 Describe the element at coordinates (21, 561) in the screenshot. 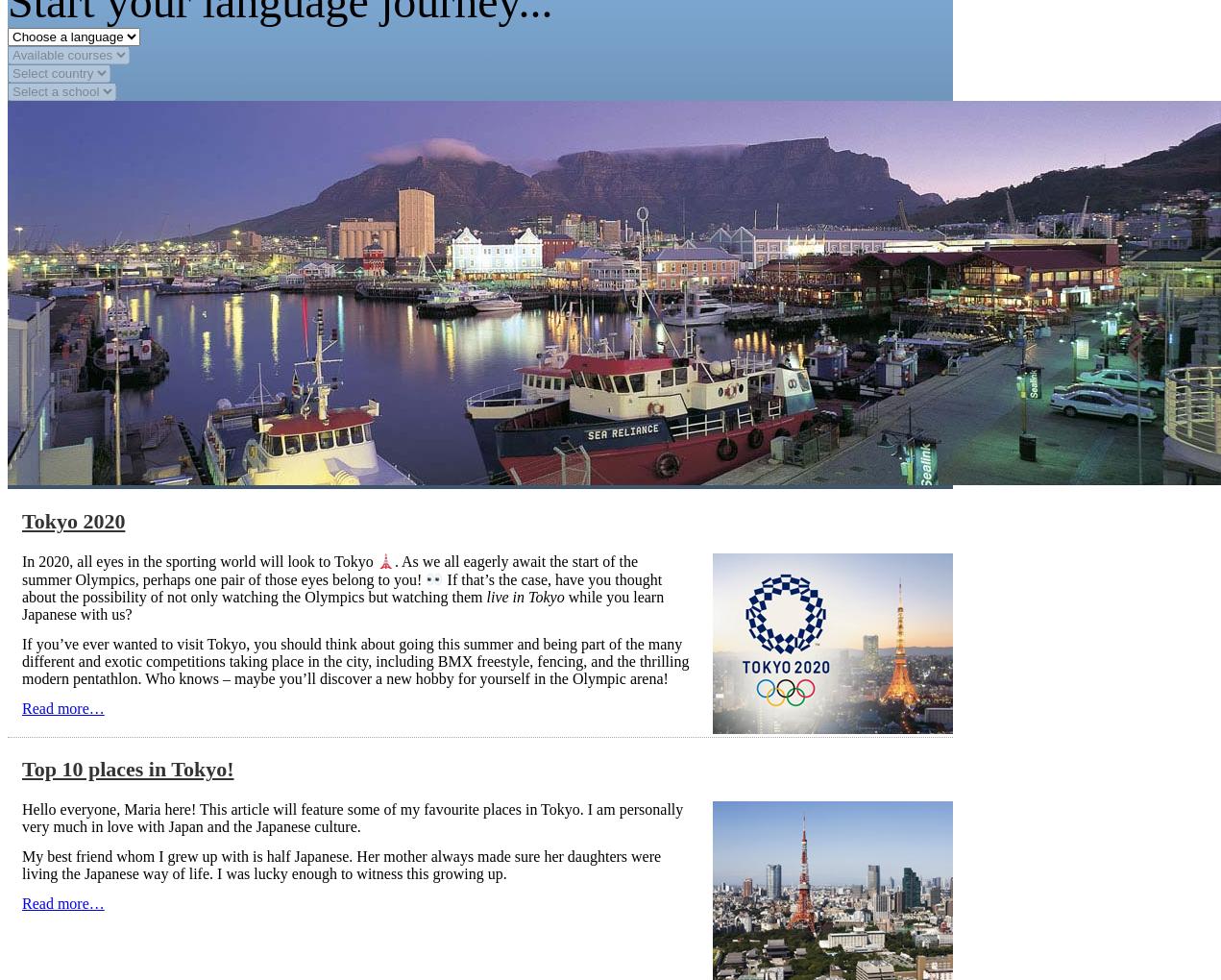

I see `'In 2020, all eyes in the sporting world will look to Tokyo'` at that location.